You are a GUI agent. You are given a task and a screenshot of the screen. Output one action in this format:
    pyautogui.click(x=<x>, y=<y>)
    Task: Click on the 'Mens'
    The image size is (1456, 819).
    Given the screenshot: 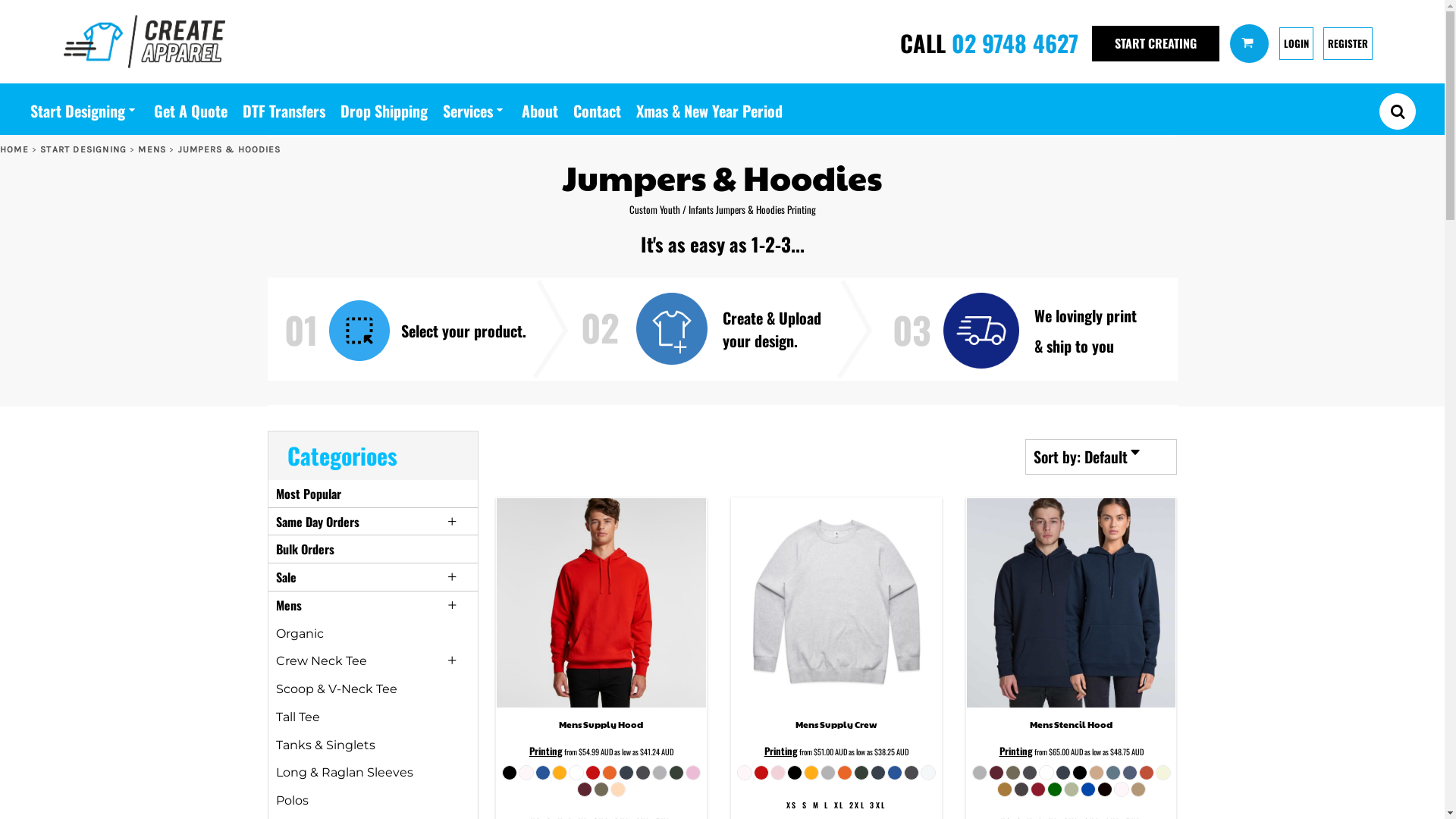 What is the action you would take?
    pyautogui.click(x=288, y=604)
    